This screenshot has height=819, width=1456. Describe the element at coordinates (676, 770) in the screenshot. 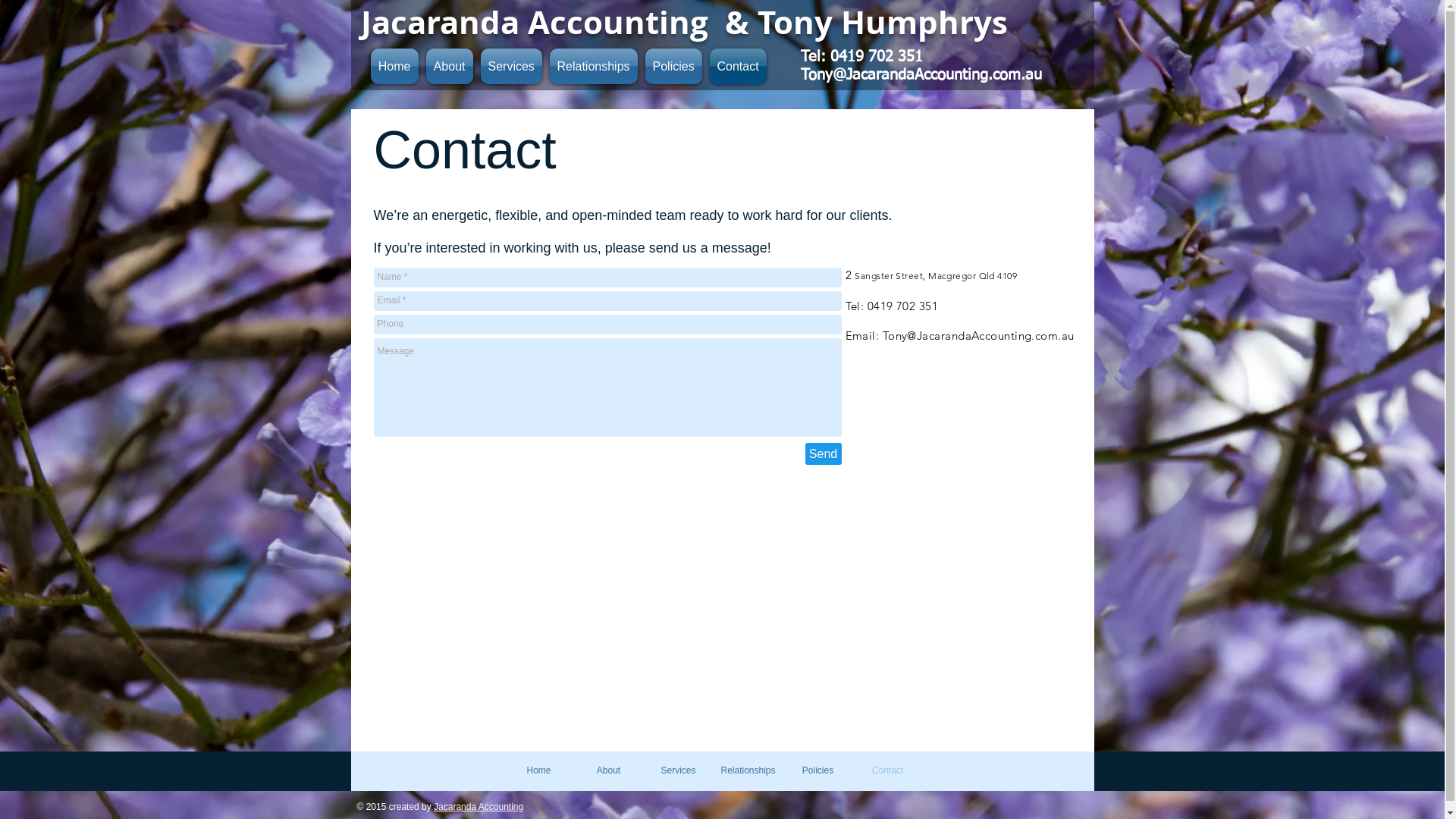

I see `'Services'` at that location.